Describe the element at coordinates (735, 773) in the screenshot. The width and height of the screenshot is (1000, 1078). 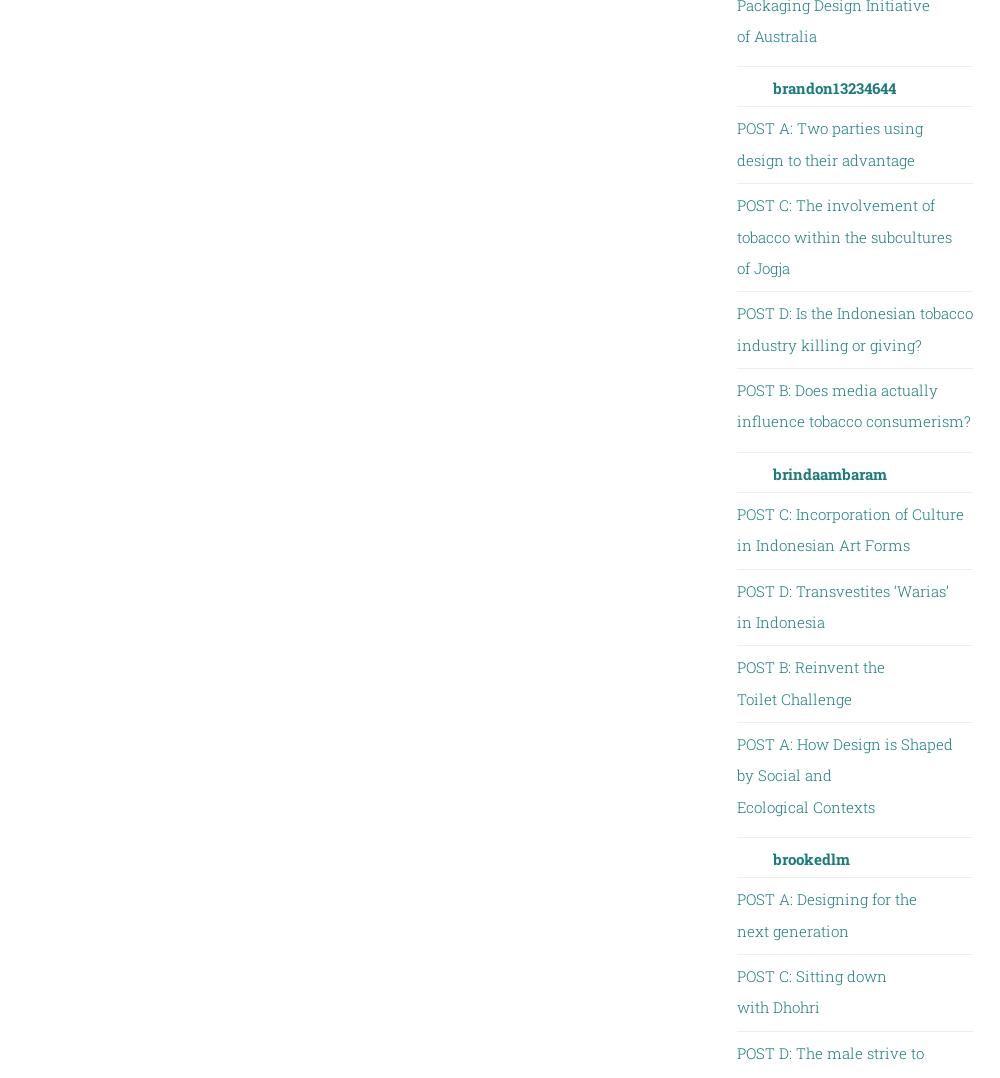
I see `'POST A: How Design is Shaped by Social and Ecological Contexts'` at that location.